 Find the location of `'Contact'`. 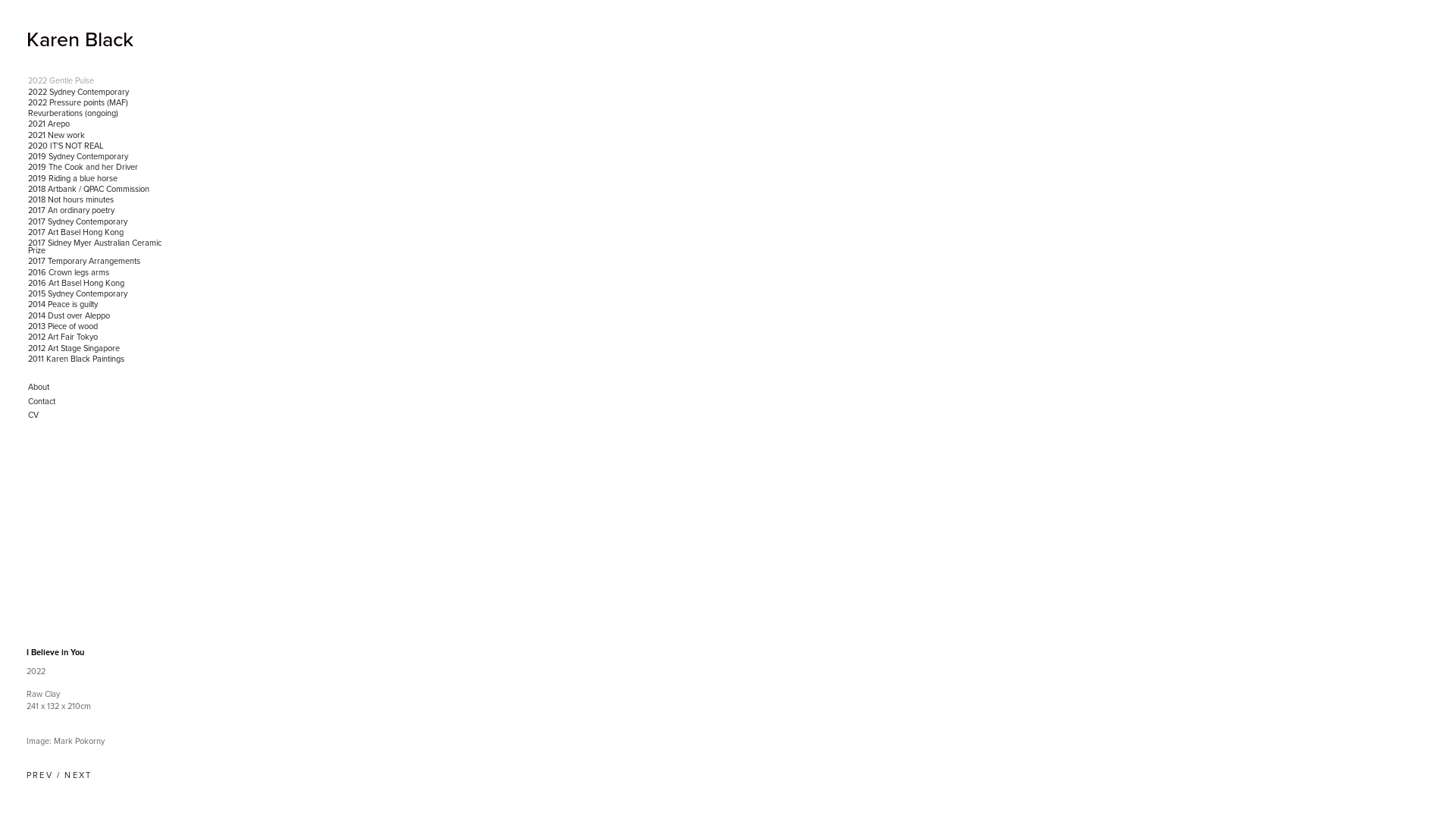

'Contact' is located at coordinates (97, 400).